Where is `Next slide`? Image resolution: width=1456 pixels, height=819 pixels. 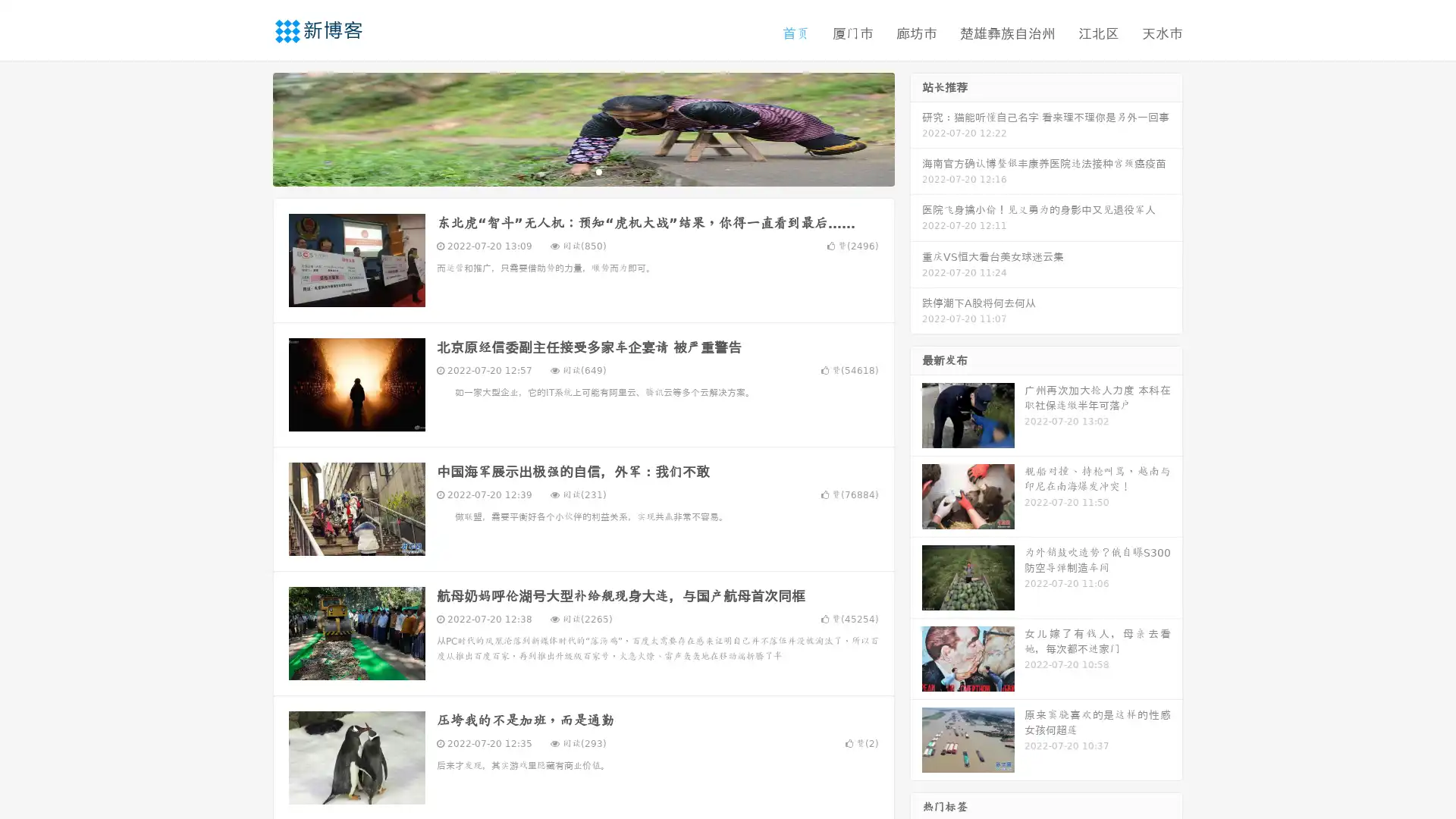
Next slide is located at coordinates (916, 127).